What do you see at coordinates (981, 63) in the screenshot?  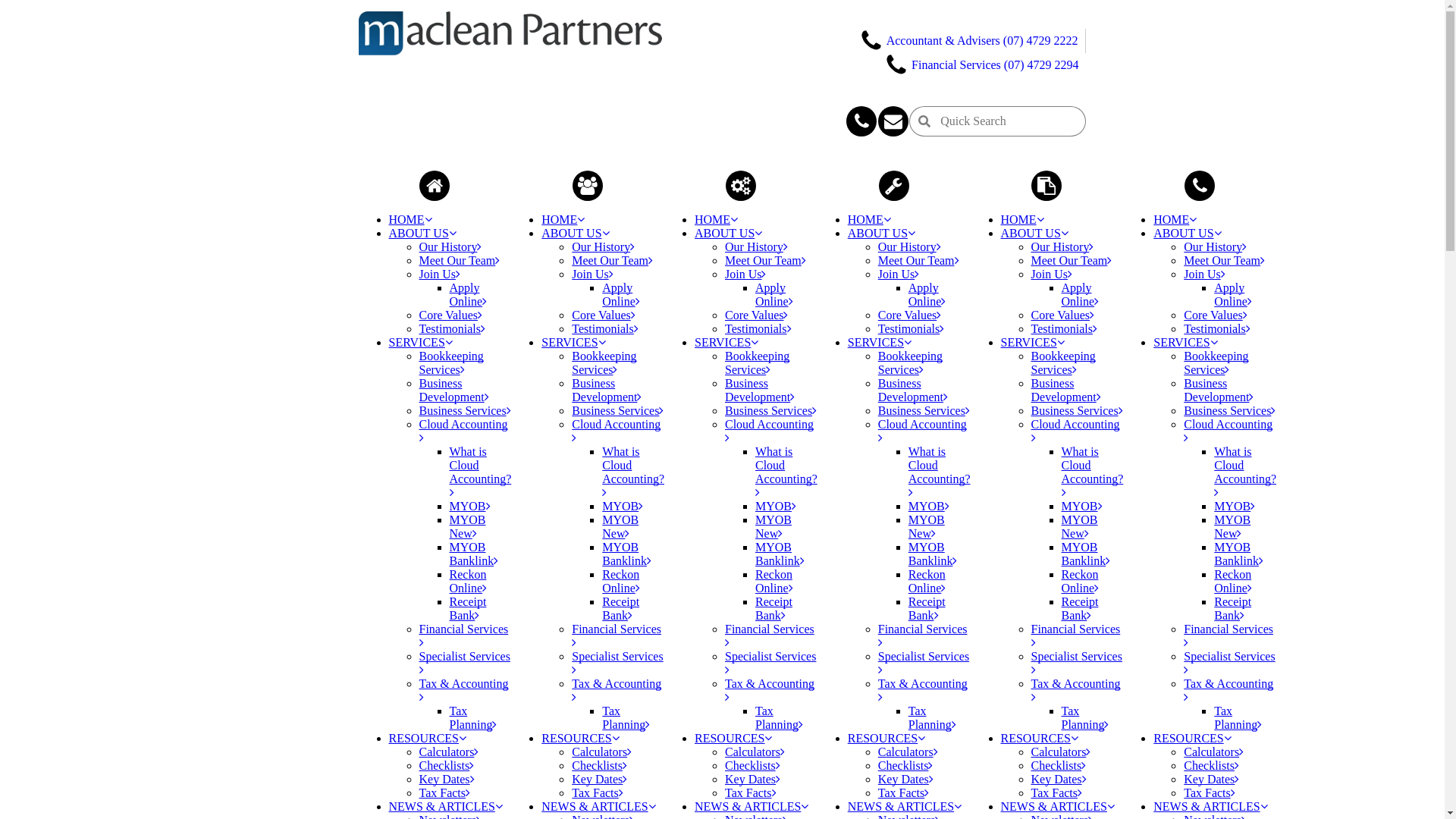 I see `'Financial Services (07) 4729 2294'` at bounding box center [981, 63].